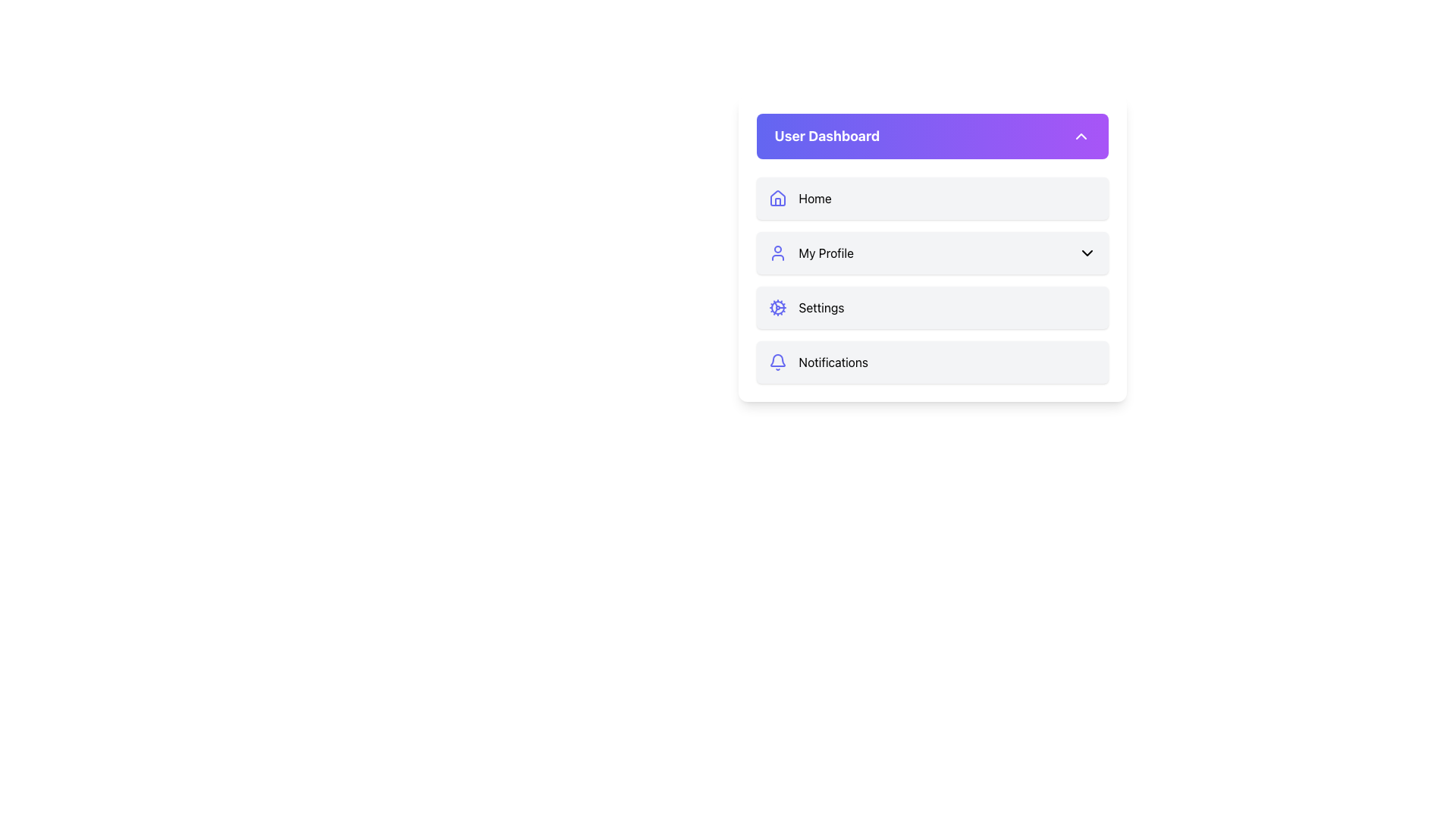 The height and width of the screenshot is (819, 1456). Describe the element at coordinates (826, 136) in the screenshot. I see `the 'User Dashboard' text label which is styled with a bold, large white font against a gradient background of indigo to purple, located in the header section above navigation items` at that location.